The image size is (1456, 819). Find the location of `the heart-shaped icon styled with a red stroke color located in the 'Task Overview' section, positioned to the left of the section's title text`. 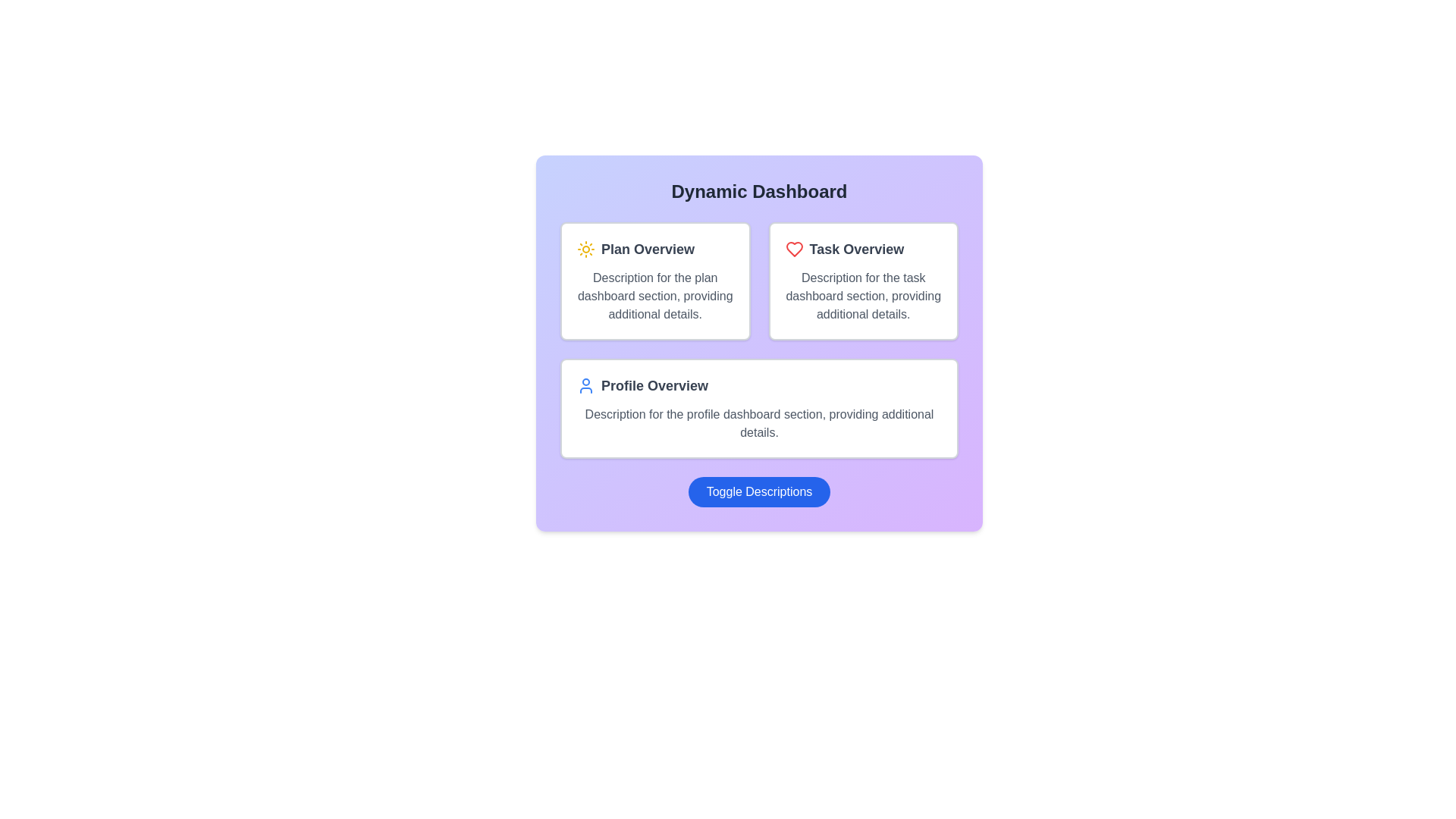

the heart-shaped icon styled with a red stroke color located in the 'Task Overview' section, positioned to the left of the section's title text is located at coordinates (793, 248).